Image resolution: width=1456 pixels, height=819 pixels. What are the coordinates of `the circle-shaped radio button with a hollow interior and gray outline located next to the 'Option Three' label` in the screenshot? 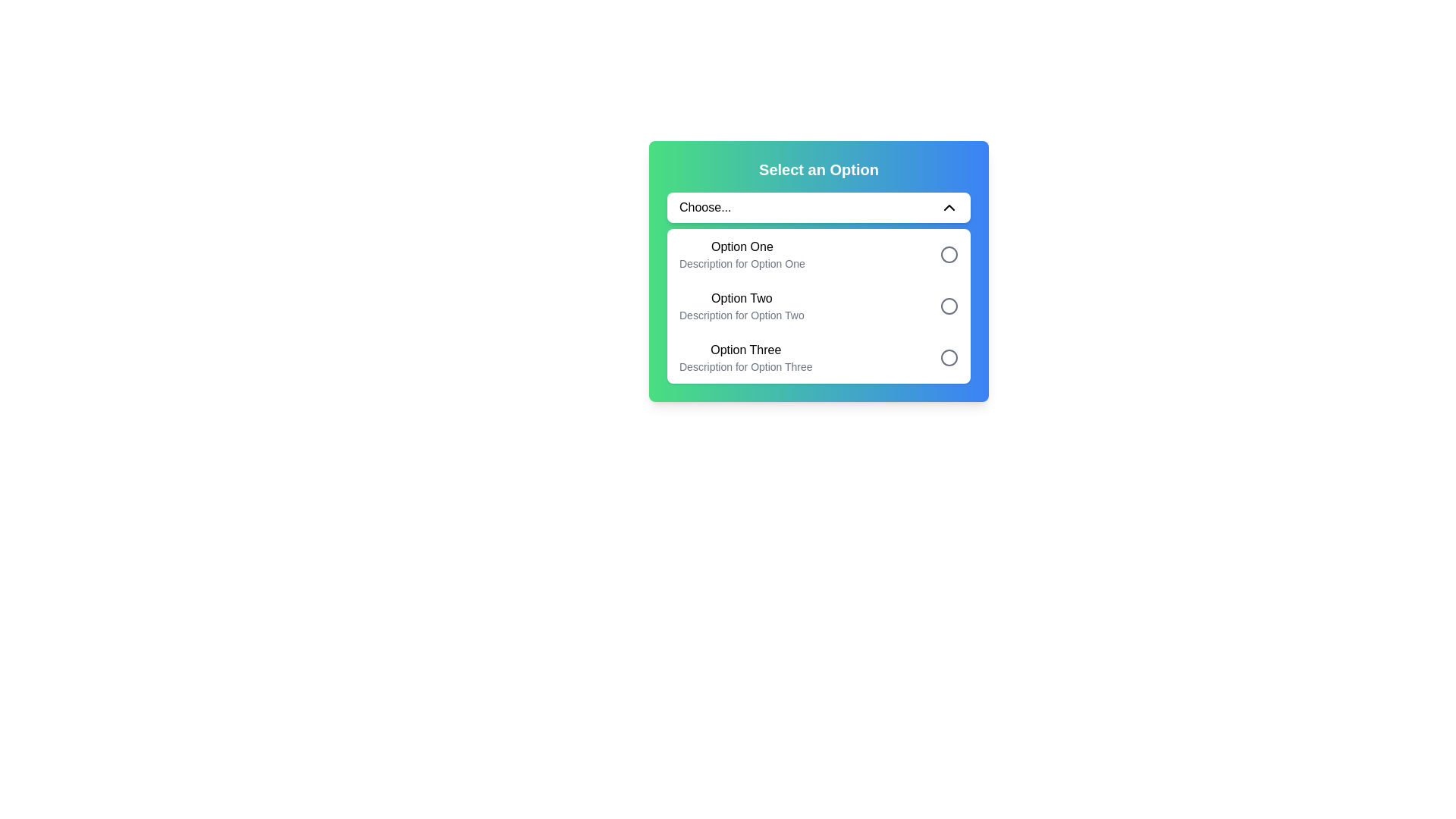 It's located at (949, 357).